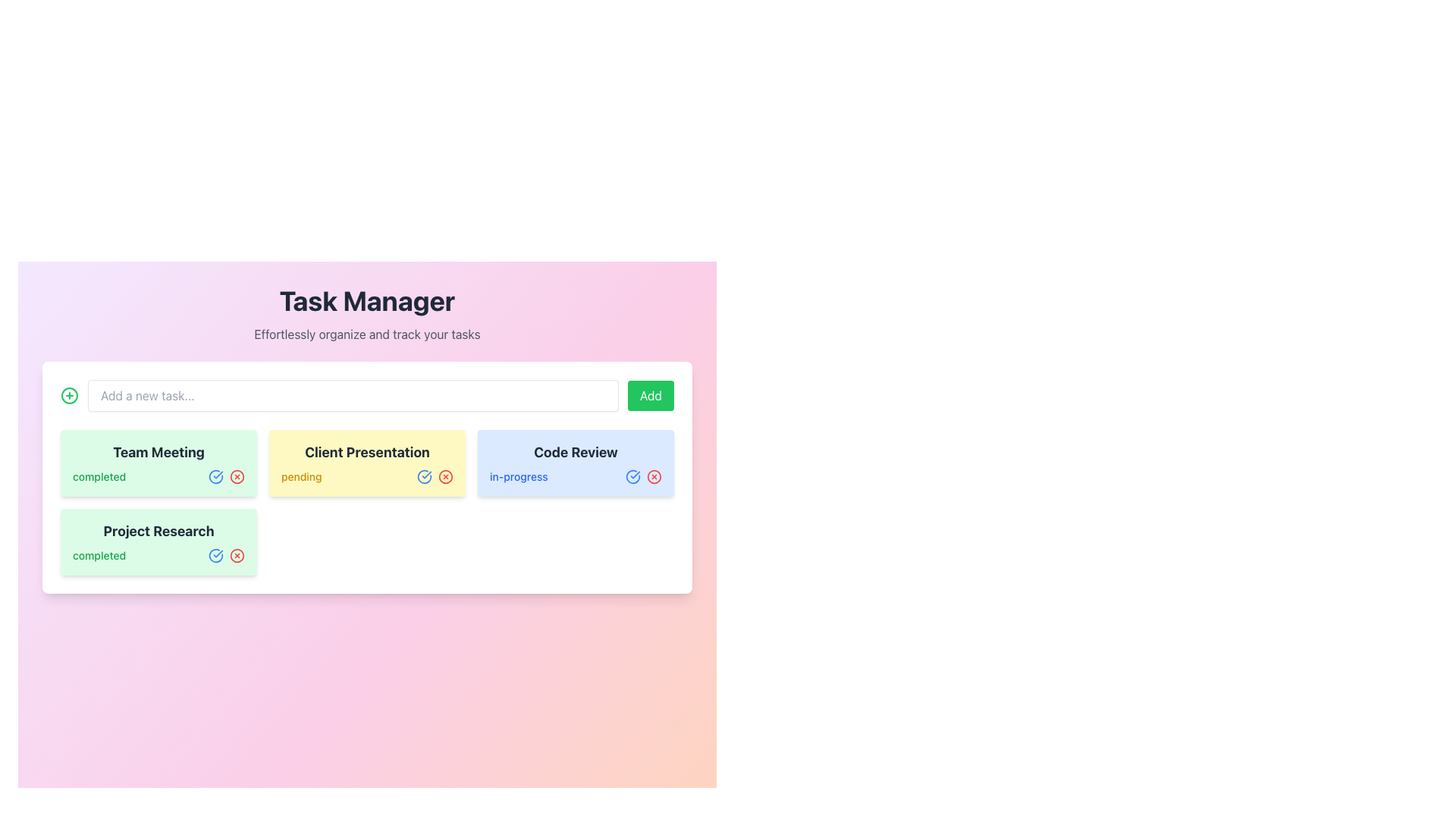 This screenshot has height=819, width=1456. What do you see at coordinates (236, 475) in the screenshot?
I see `the circular graphic element with a red border and light green background located on the right side of the 'Team Meeting' task item in the task management view` at bounding box center [236, 475].